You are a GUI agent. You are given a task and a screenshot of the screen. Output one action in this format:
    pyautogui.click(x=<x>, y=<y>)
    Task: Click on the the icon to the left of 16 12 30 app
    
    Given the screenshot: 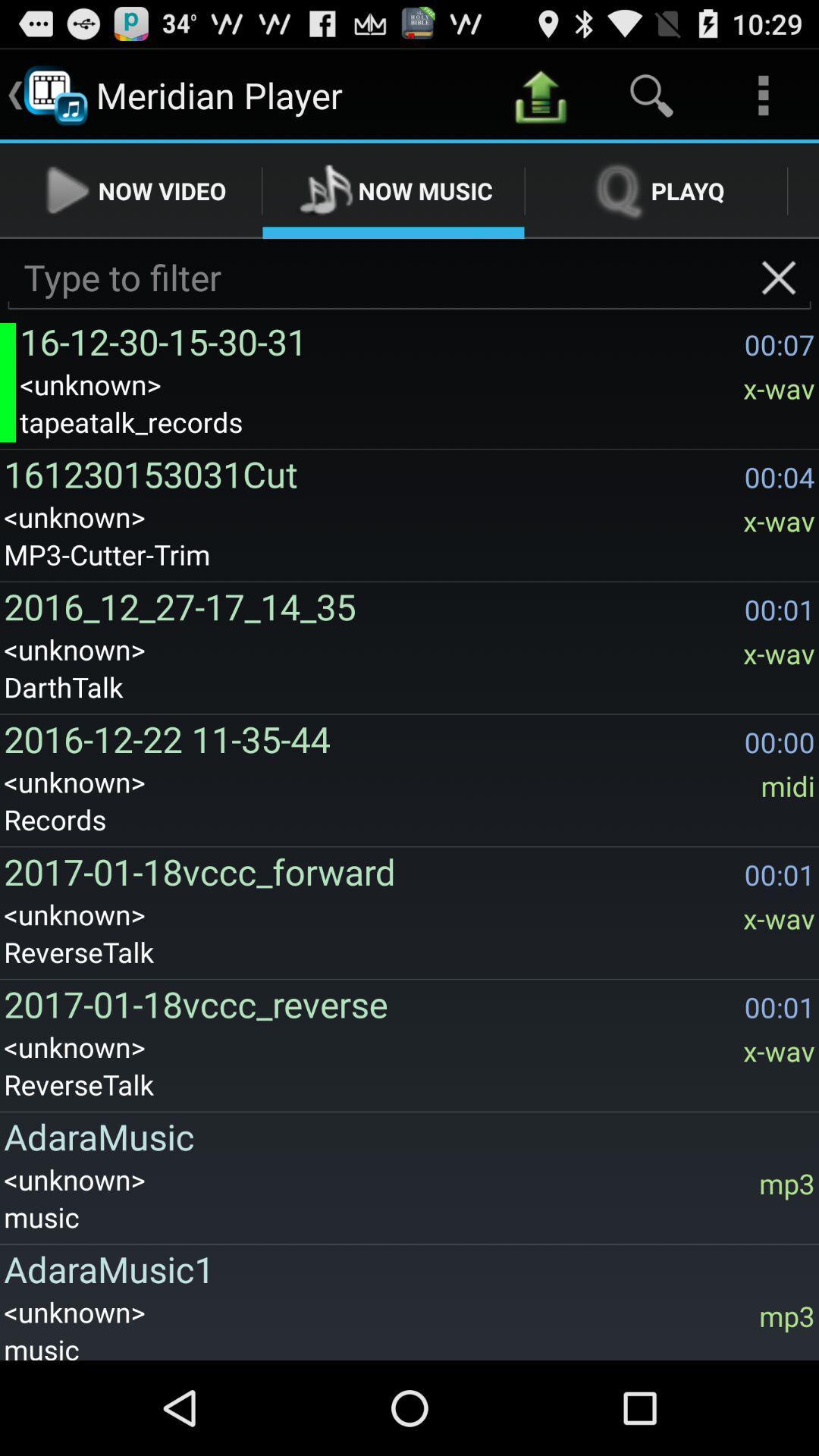 What is the action you would take?
    pyautogui.click(x=8, y=382)
    